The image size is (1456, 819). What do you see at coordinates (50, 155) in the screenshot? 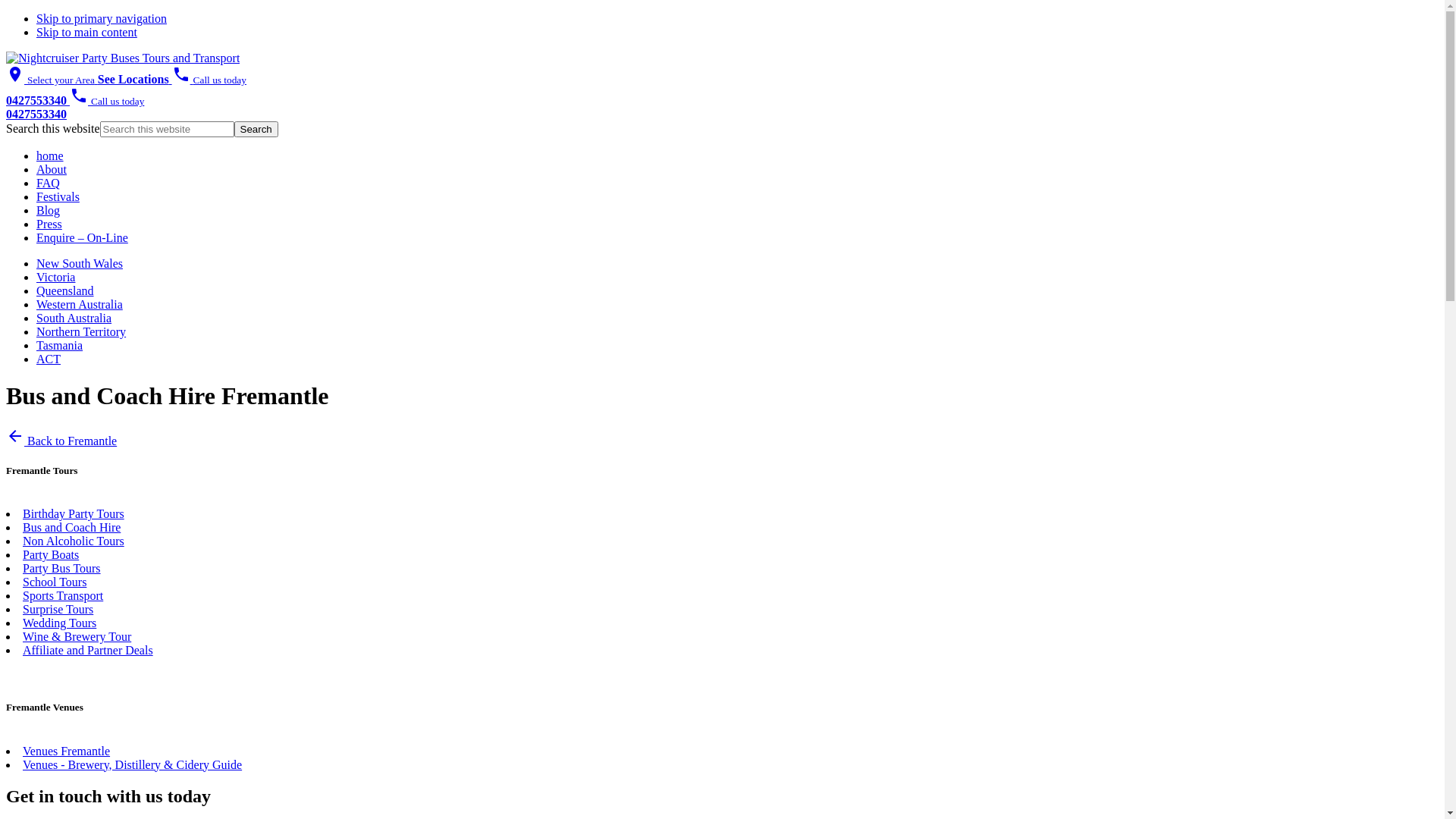
I see `'home'` at bounding box center [50, 155].